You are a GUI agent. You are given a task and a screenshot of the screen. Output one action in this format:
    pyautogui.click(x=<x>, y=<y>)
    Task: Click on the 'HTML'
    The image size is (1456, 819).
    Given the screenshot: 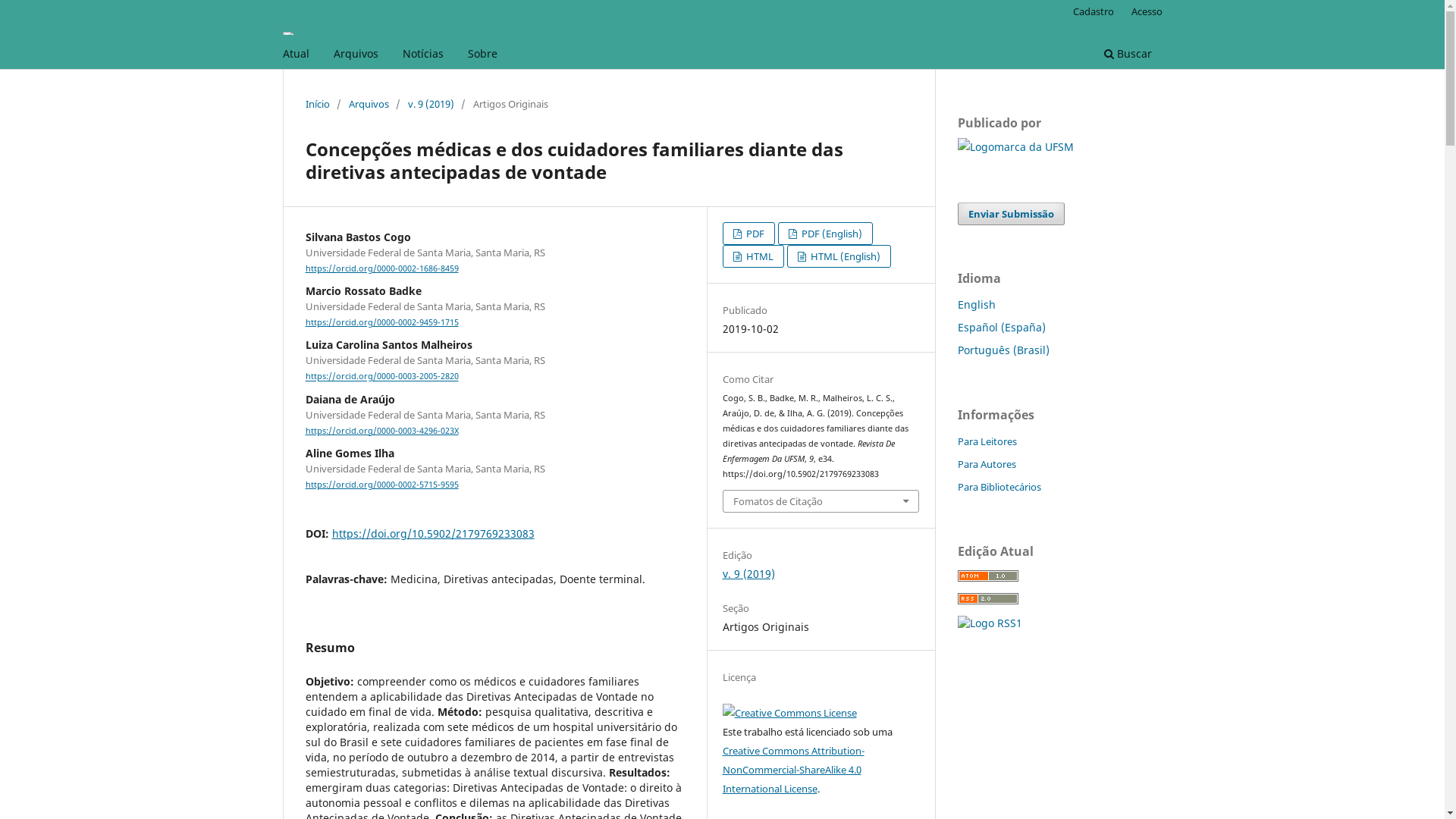 What is the action you would take?
    pyautogui.click(x=753, y=256)
    